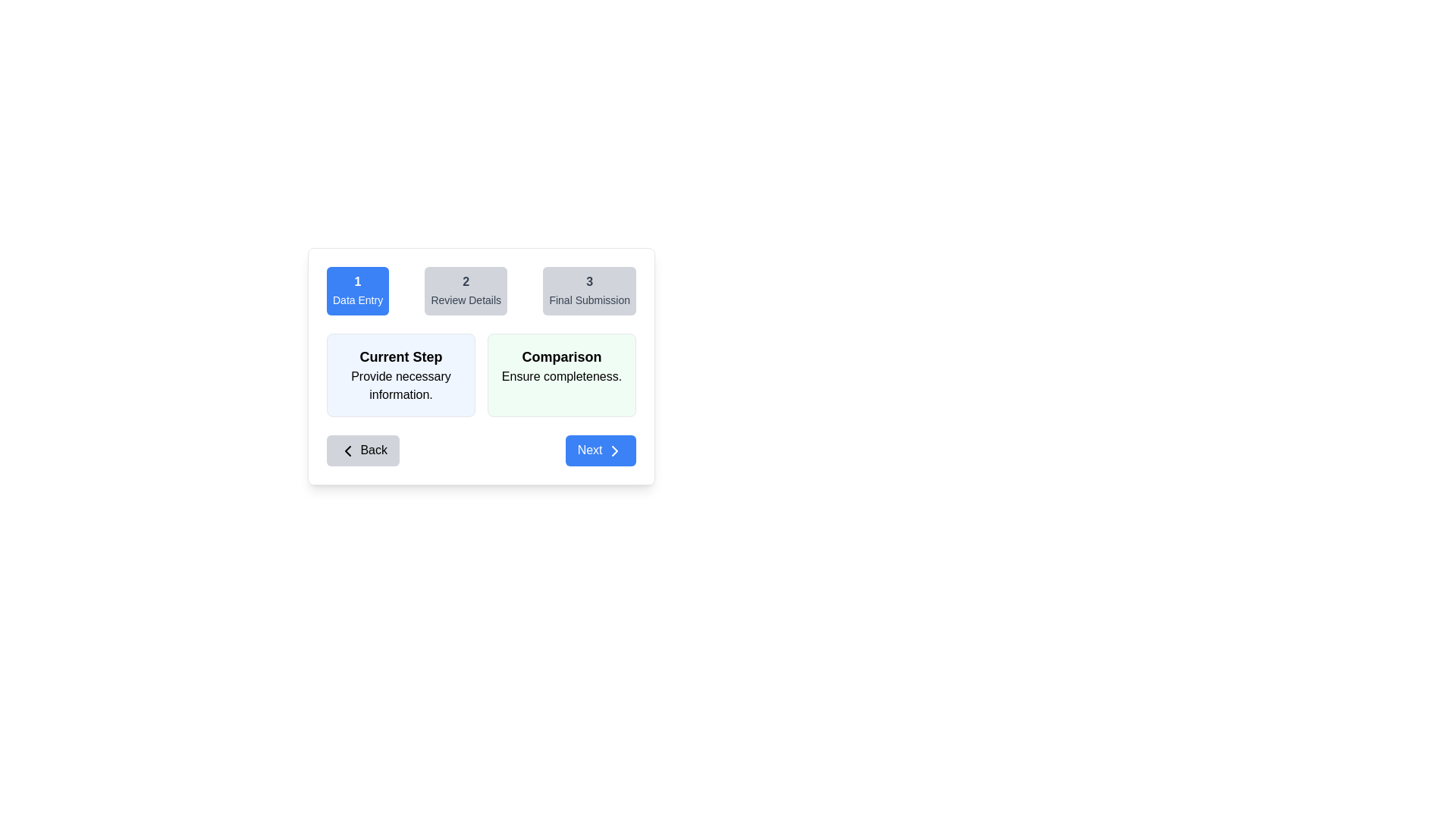  Describe the element at coordinates (356, 291) in the screenshot. I see `the first step indicator button with a blue background and white text labeled '1' and 'Data Entry' to proceed to the Data Entry step` at that location.